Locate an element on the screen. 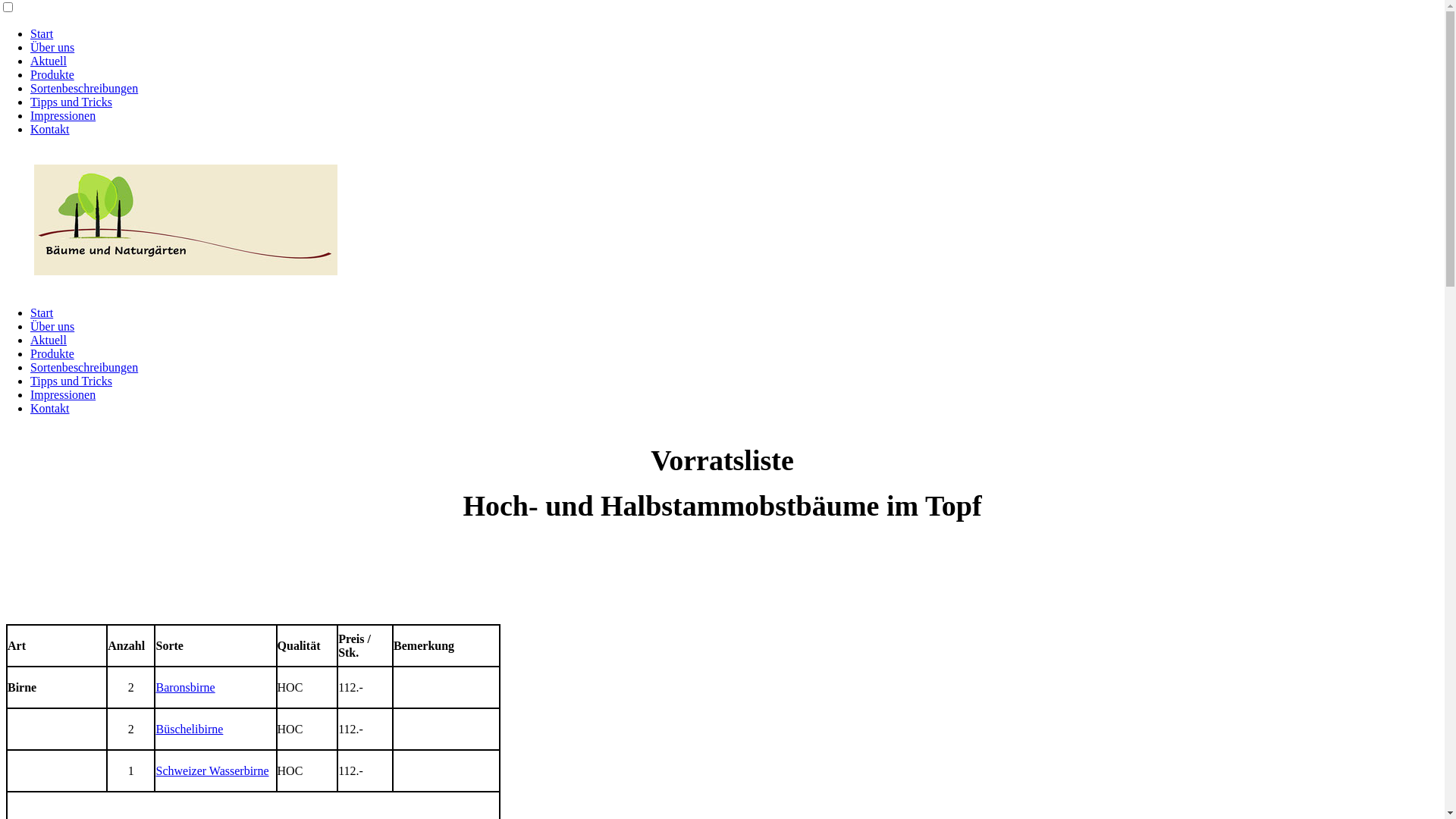 This screenshot has height=819, width=1456. 'Aktuell' is located at coordinates (48, 339).